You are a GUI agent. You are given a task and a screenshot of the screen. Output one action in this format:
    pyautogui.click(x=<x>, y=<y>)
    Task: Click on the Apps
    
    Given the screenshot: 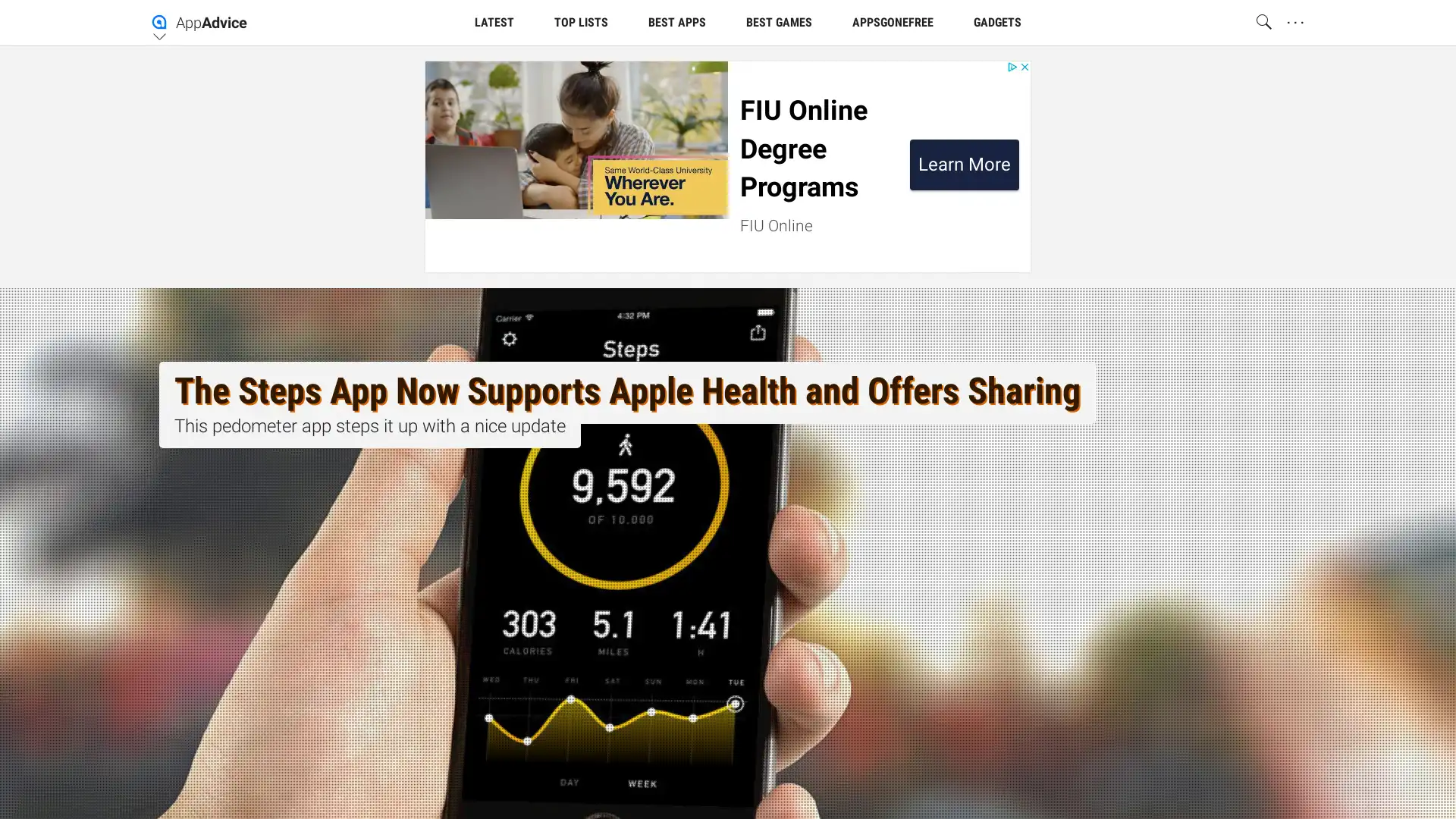 What is the action you would take?
    pyautogui.click(x=852, y=143)
    